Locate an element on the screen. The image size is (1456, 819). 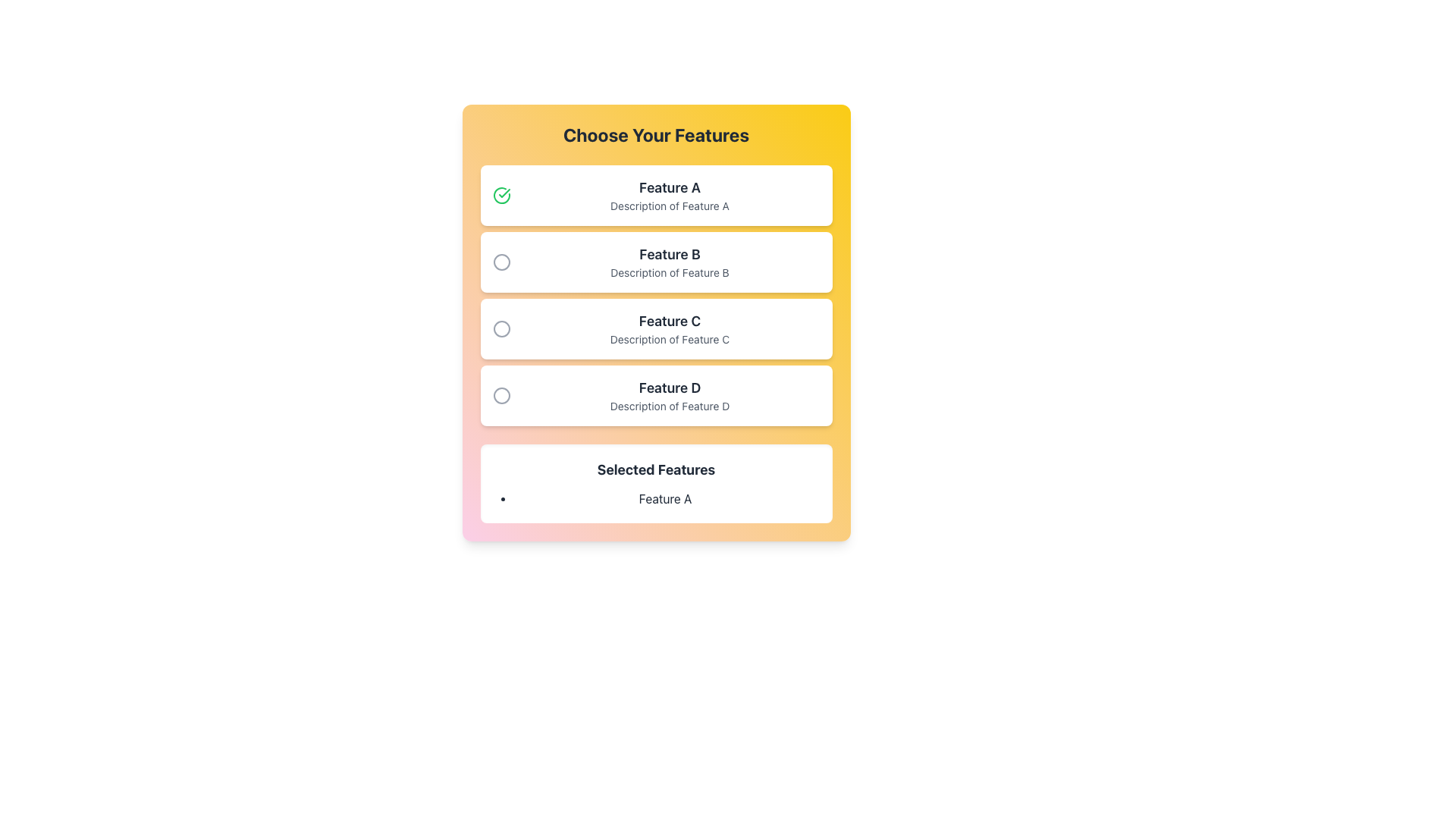
the green circular checkmark icon with a bold green outline located in the first option card labeled 'Feature A' is located at coordinates (501, 195).